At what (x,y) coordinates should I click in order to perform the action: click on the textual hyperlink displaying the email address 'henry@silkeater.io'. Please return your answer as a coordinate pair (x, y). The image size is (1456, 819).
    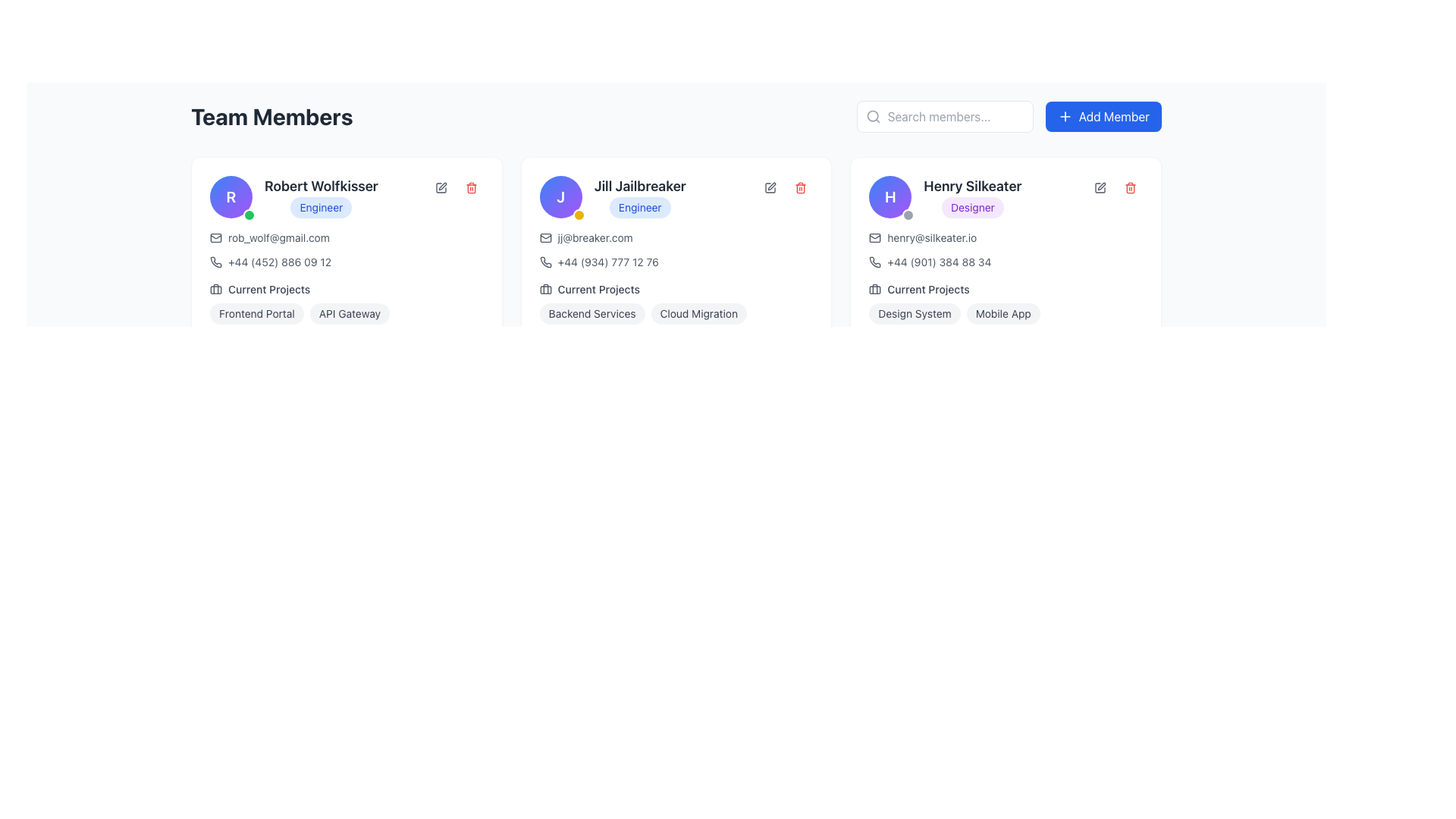
    Looking at the image, I should click on (931, 237).